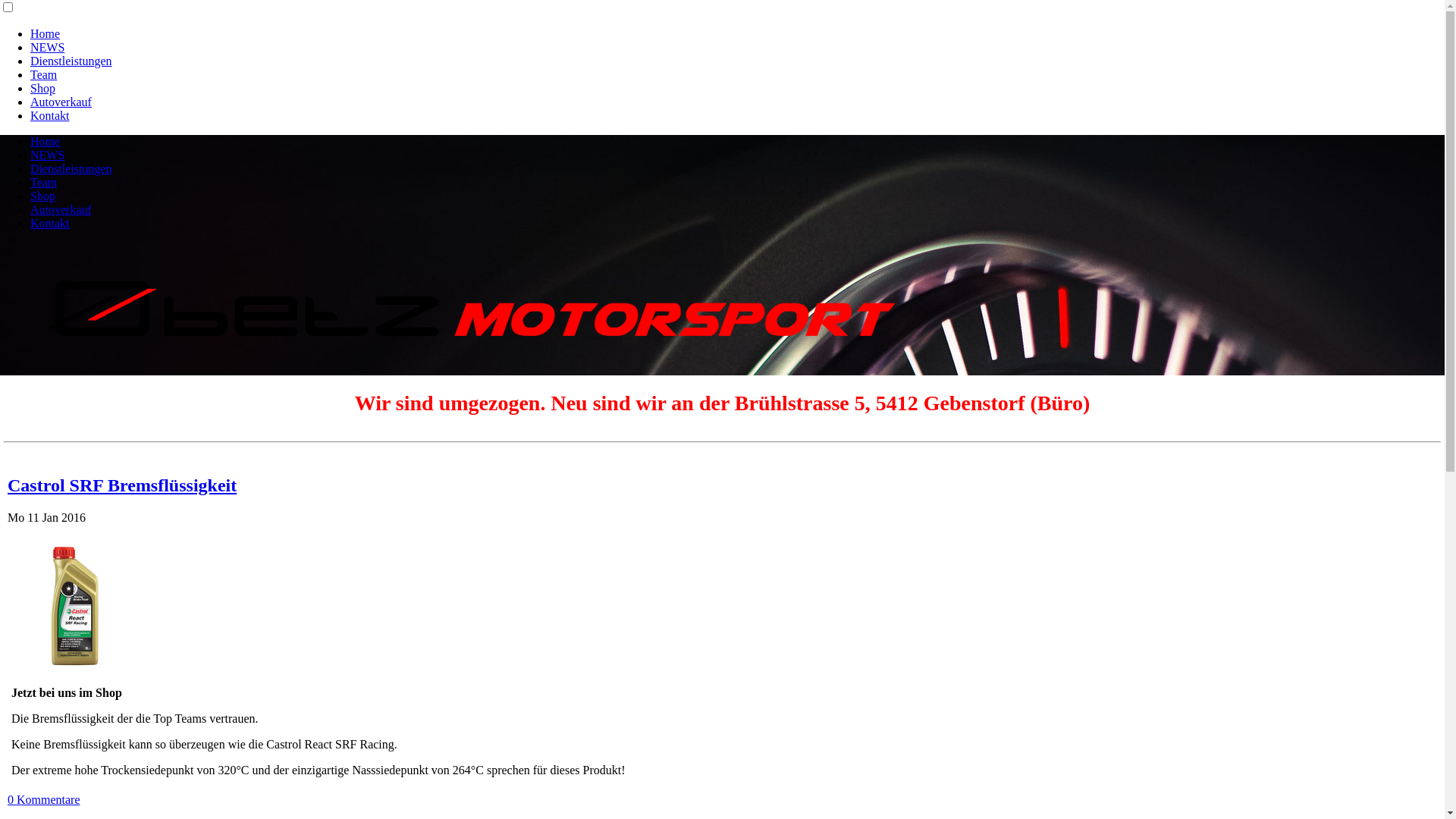 The height and width of the screenshot is (819, 1456). I want to click on 'Autoverkauf', so click(61, 209).